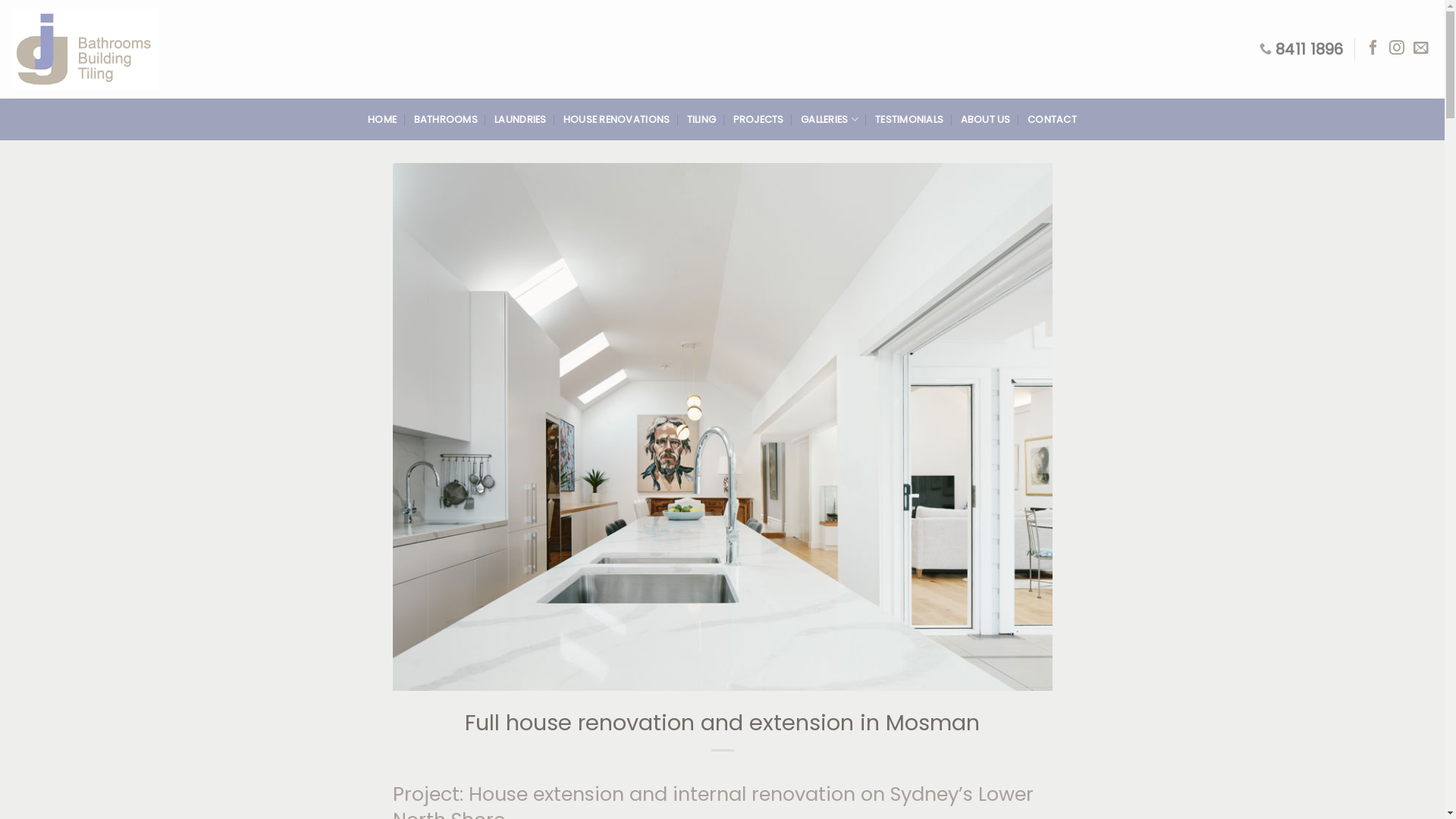 The image size is (1456, 819). What do you see at coordinates (1396, 48) in the screenshot?
I see `'Follow on Instagram'` at bounding box center [1396, 48].